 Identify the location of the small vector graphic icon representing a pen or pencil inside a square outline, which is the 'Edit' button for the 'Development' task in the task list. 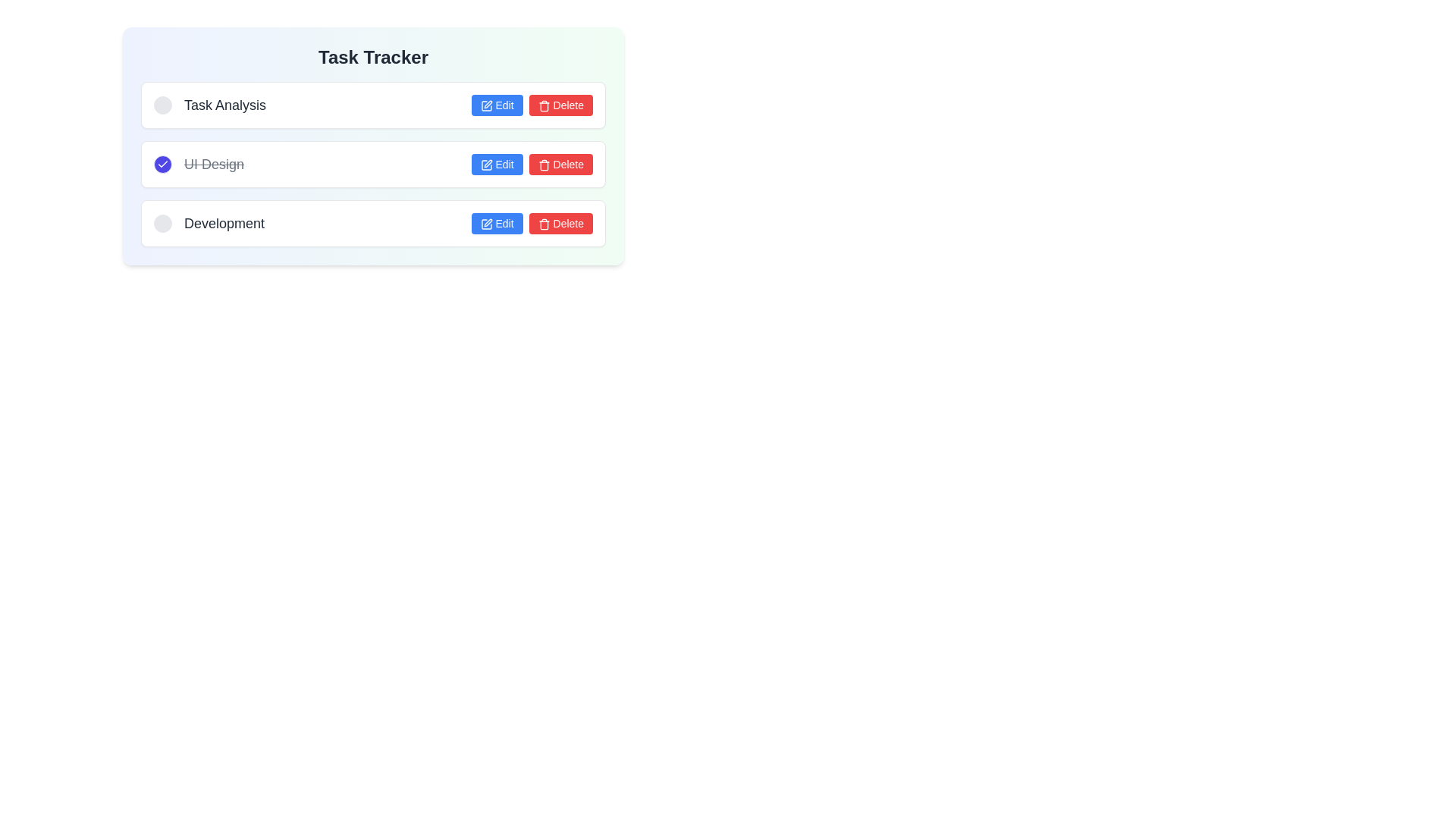
(488, 223).